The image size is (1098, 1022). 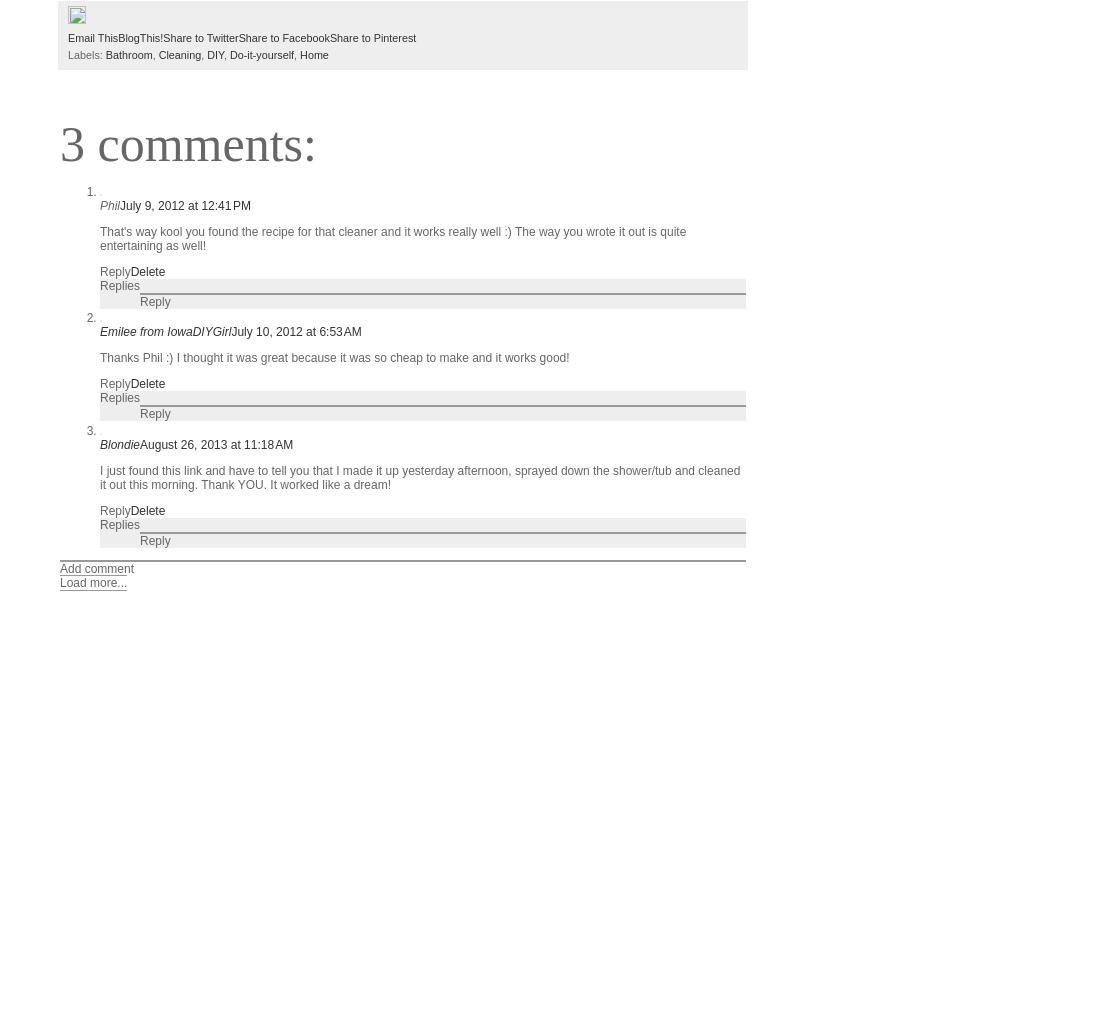 I want to click on 'Cleaning', so click(x=179, y=53).